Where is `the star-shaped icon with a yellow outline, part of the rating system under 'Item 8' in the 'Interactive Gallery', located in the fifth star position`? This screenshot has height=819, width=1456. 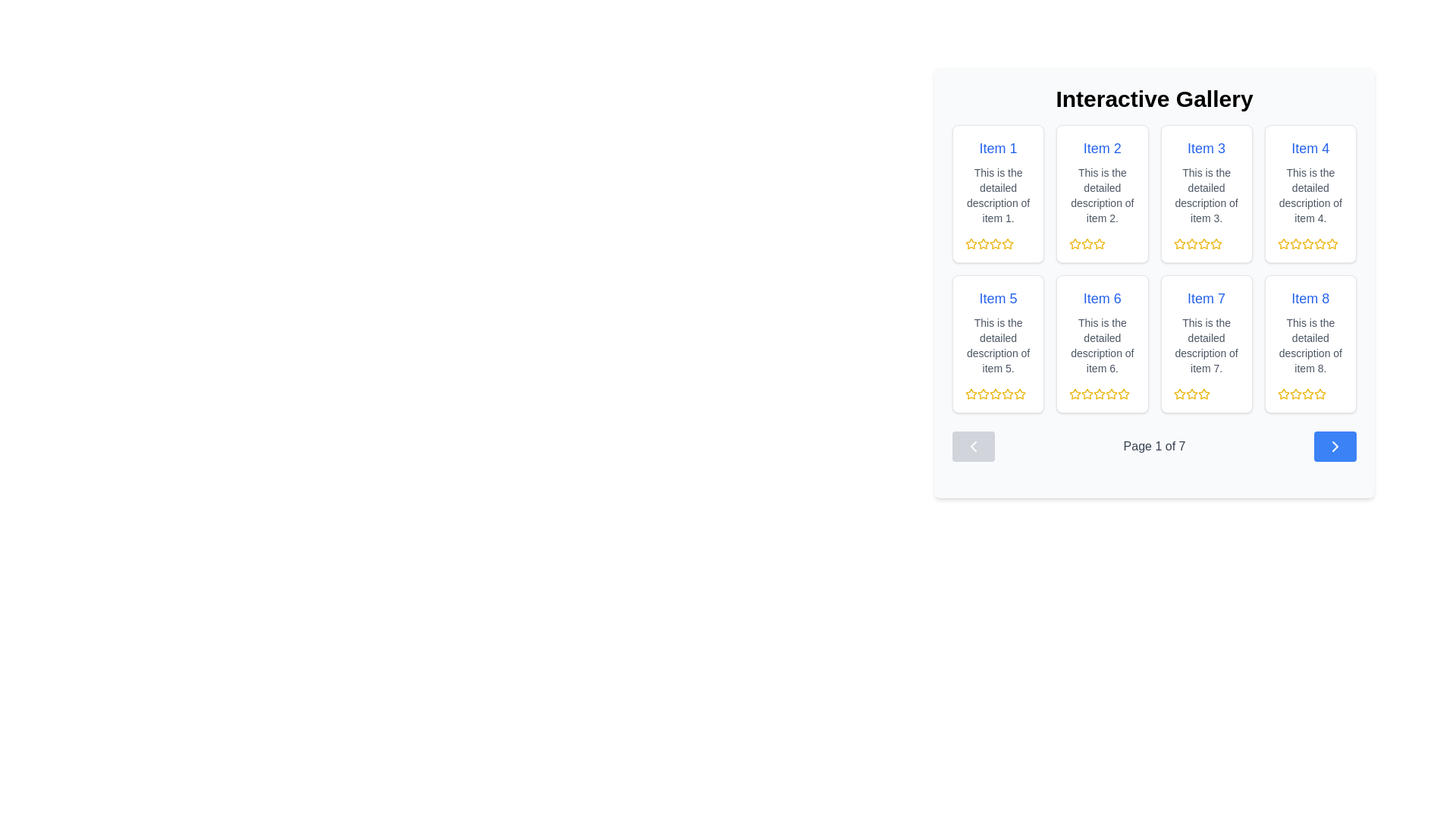 the star-shaped icon with a yellow outline, part of the rating system under 'Item 8' in the 'Interactive Gallery', located in the fifth star position is located at coordinates (1307, 393).